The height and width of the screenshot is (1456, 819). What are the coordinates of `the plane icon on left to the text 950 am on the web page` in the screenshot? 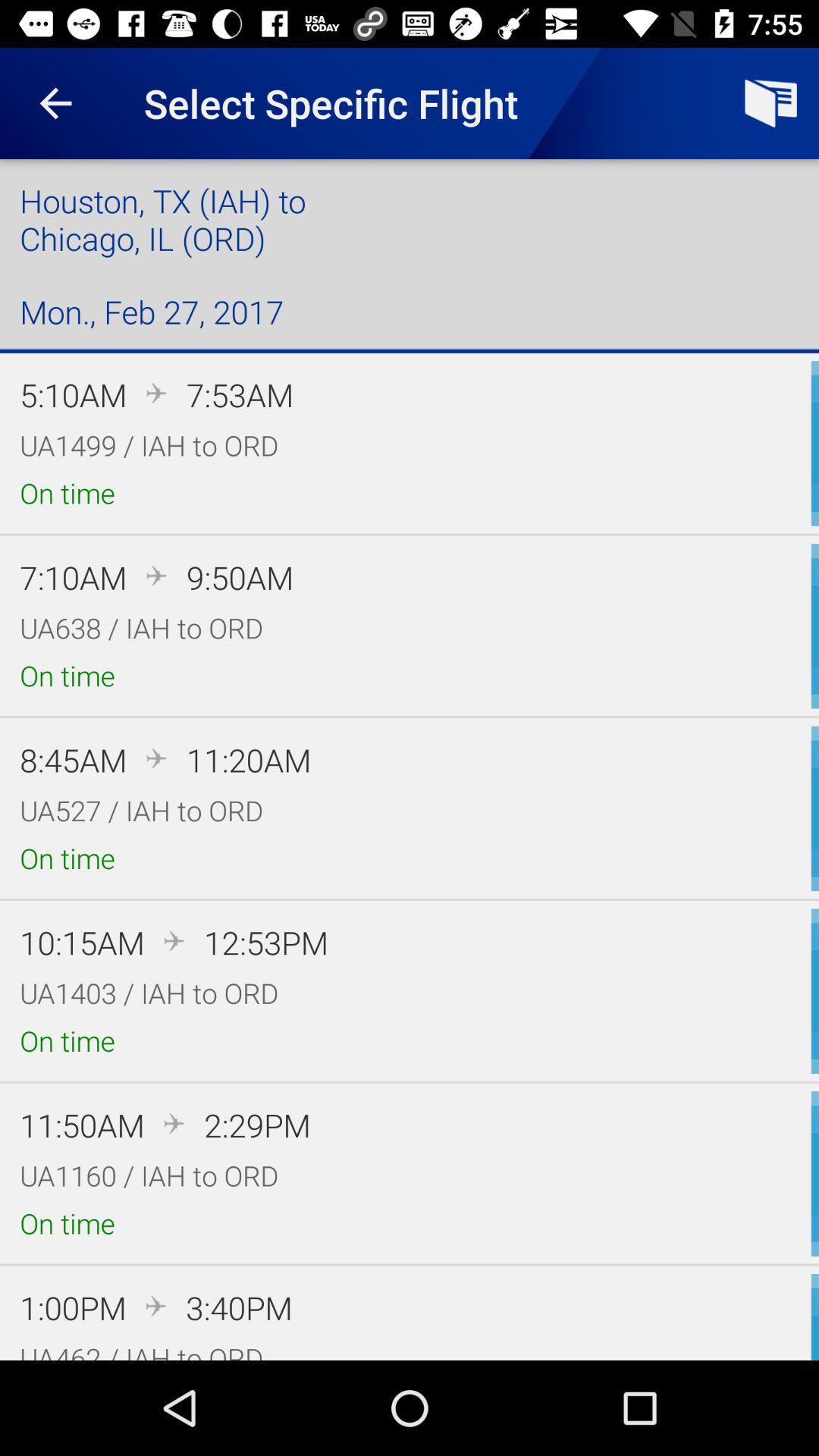 It's located at (157, 575).